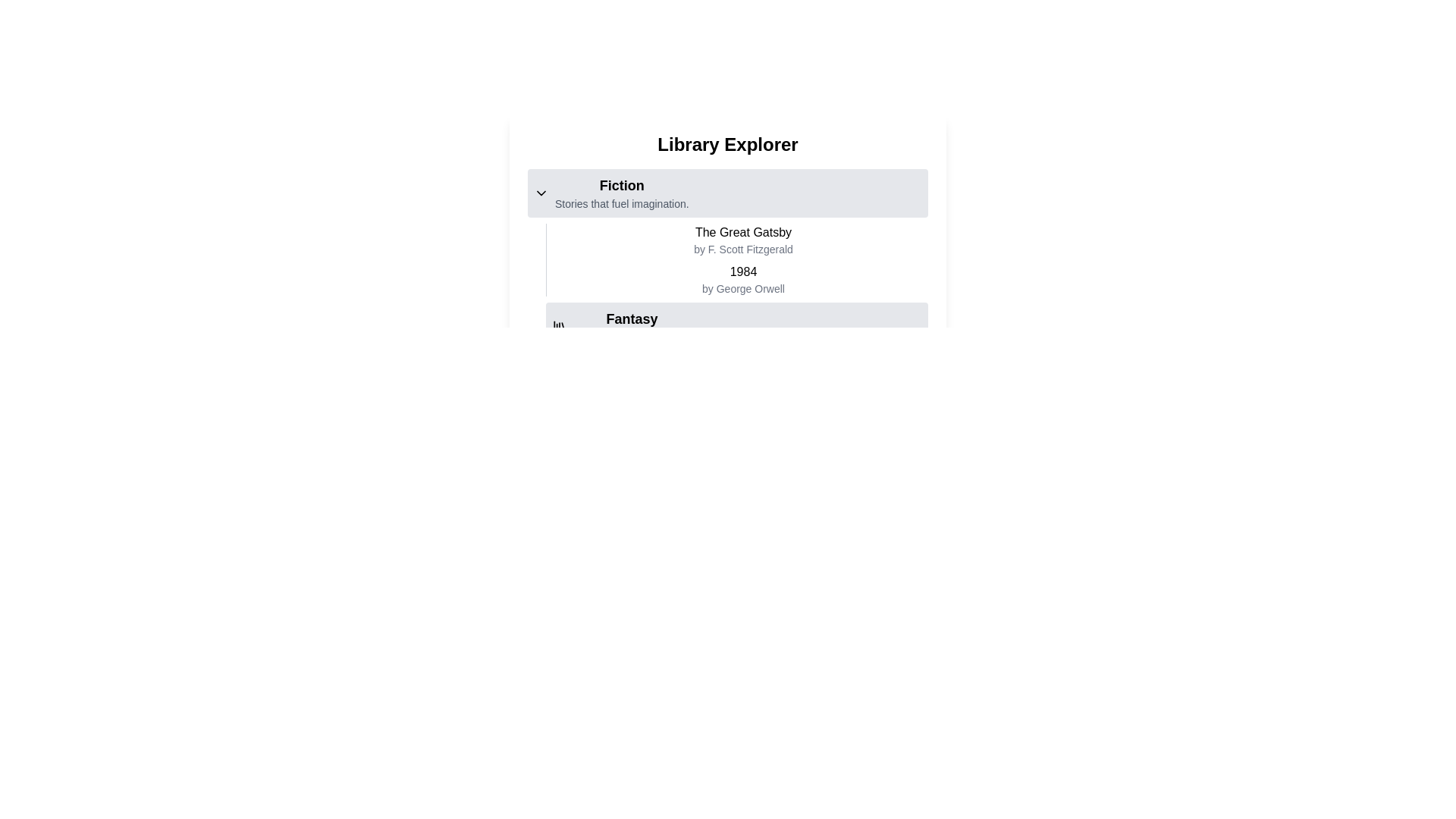 This screenshot has width=1456, height=819. What do you see at coordinates (743, 248) in the screenshot?
I see `the static label indicating the author of the book 'The Great Gatsby', which is located under the title in the 'Fiction' category of the 'Library Explorer' interface` at bounding box center [743, 248].